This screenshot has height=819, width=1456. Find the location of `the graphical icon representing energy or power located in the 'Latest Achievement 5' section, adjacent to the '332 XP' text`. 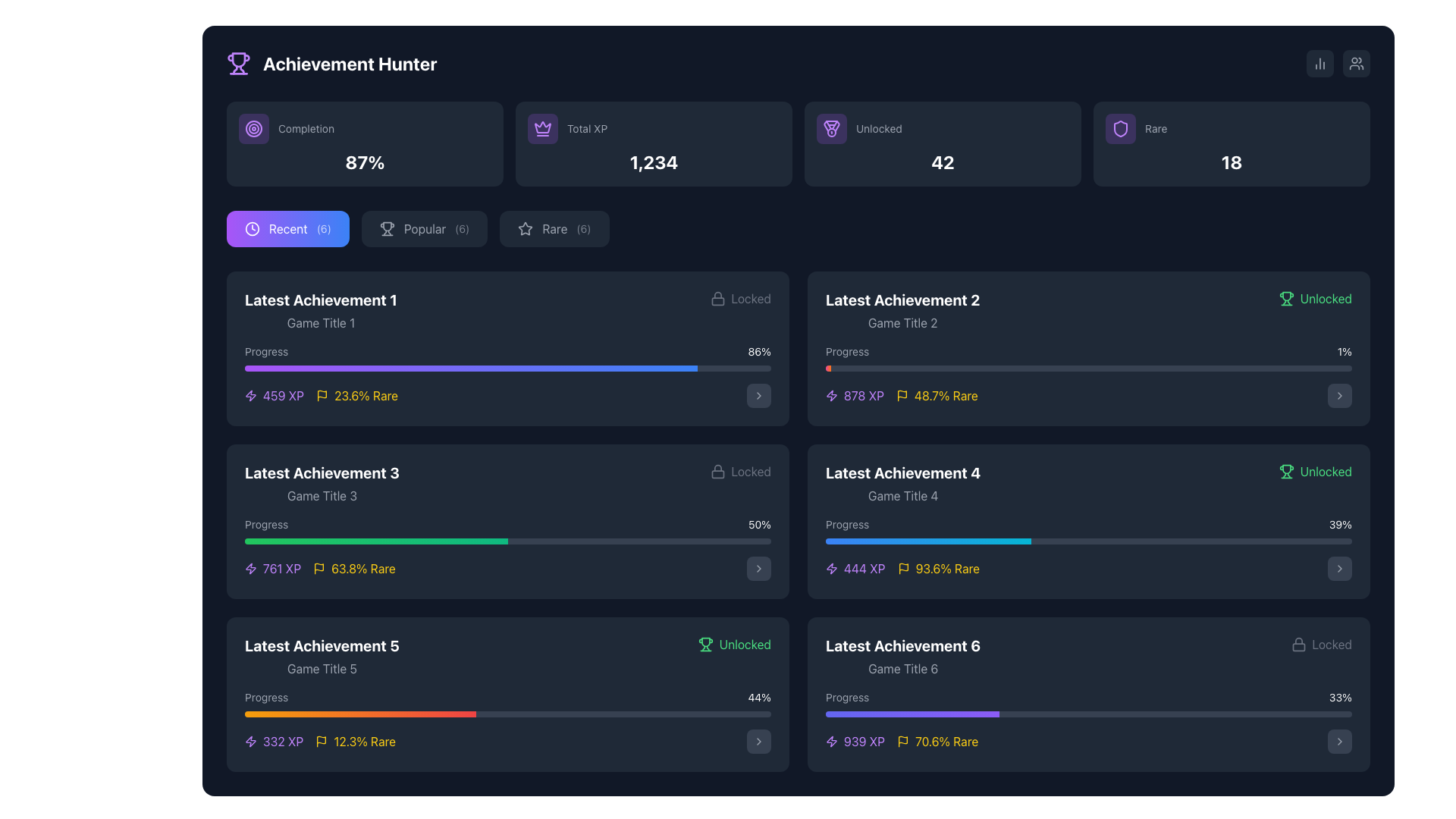

the graphical icon representing energy or power located in the 'Latest Achievement 5' section, adjacent to the '332 XP' text is located at coordinates (251, 741).